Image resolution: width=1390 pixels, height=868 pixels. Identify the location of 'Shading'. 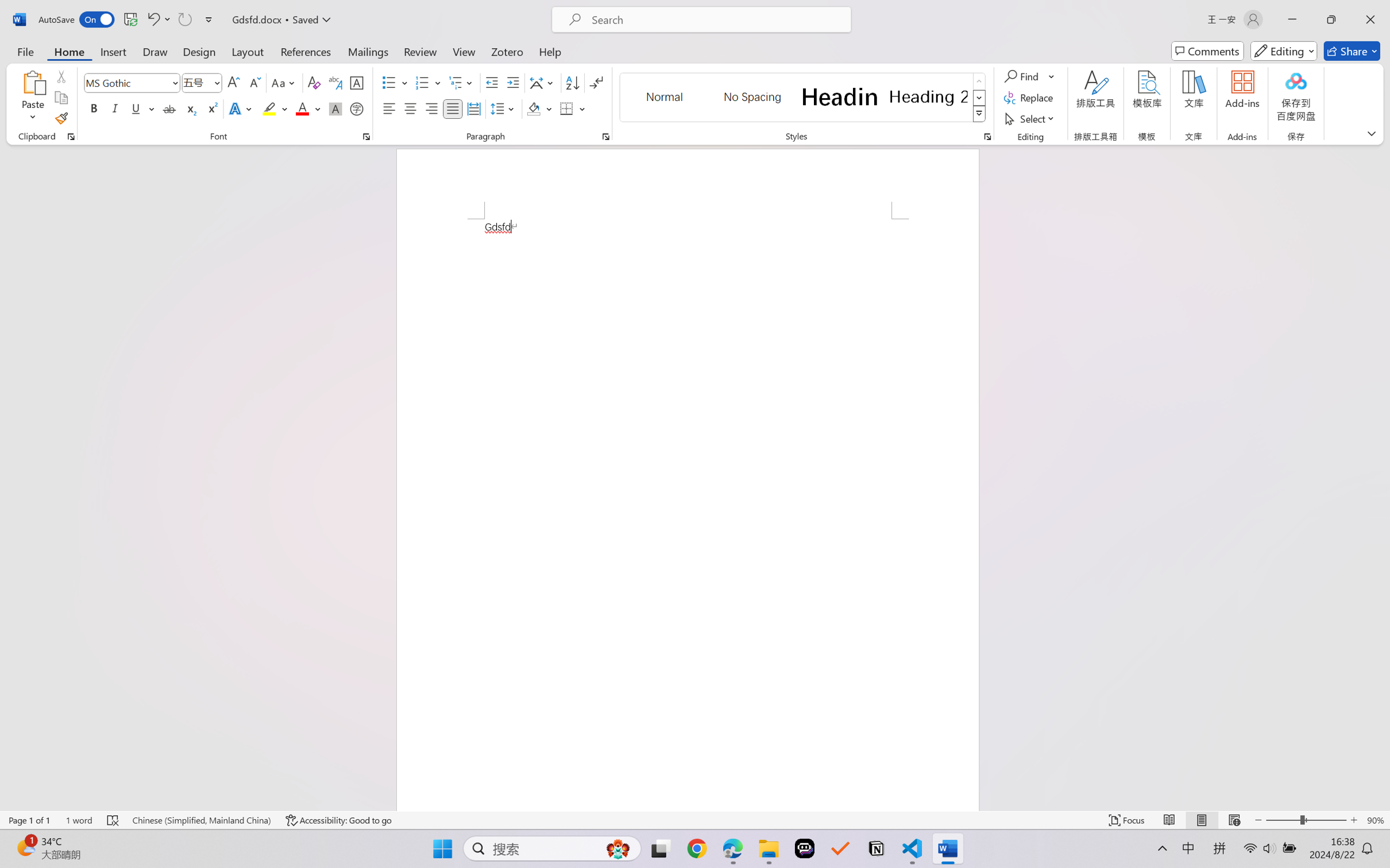
(539, 108).